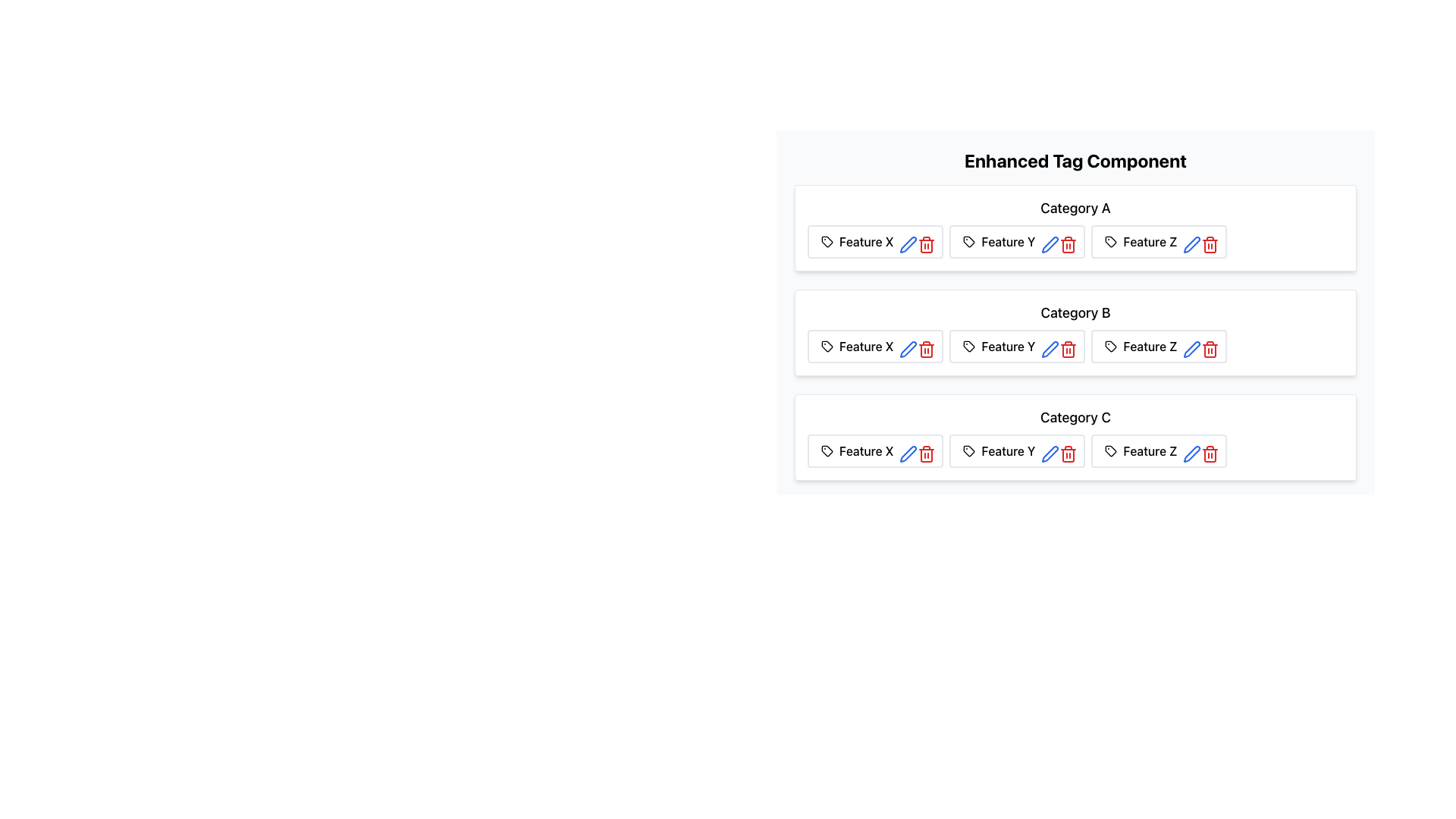  I want to click on the tag icon that visually represents or identifies tags or labels associated with 'Feature Y' in 'Category B', so click(968, 450).